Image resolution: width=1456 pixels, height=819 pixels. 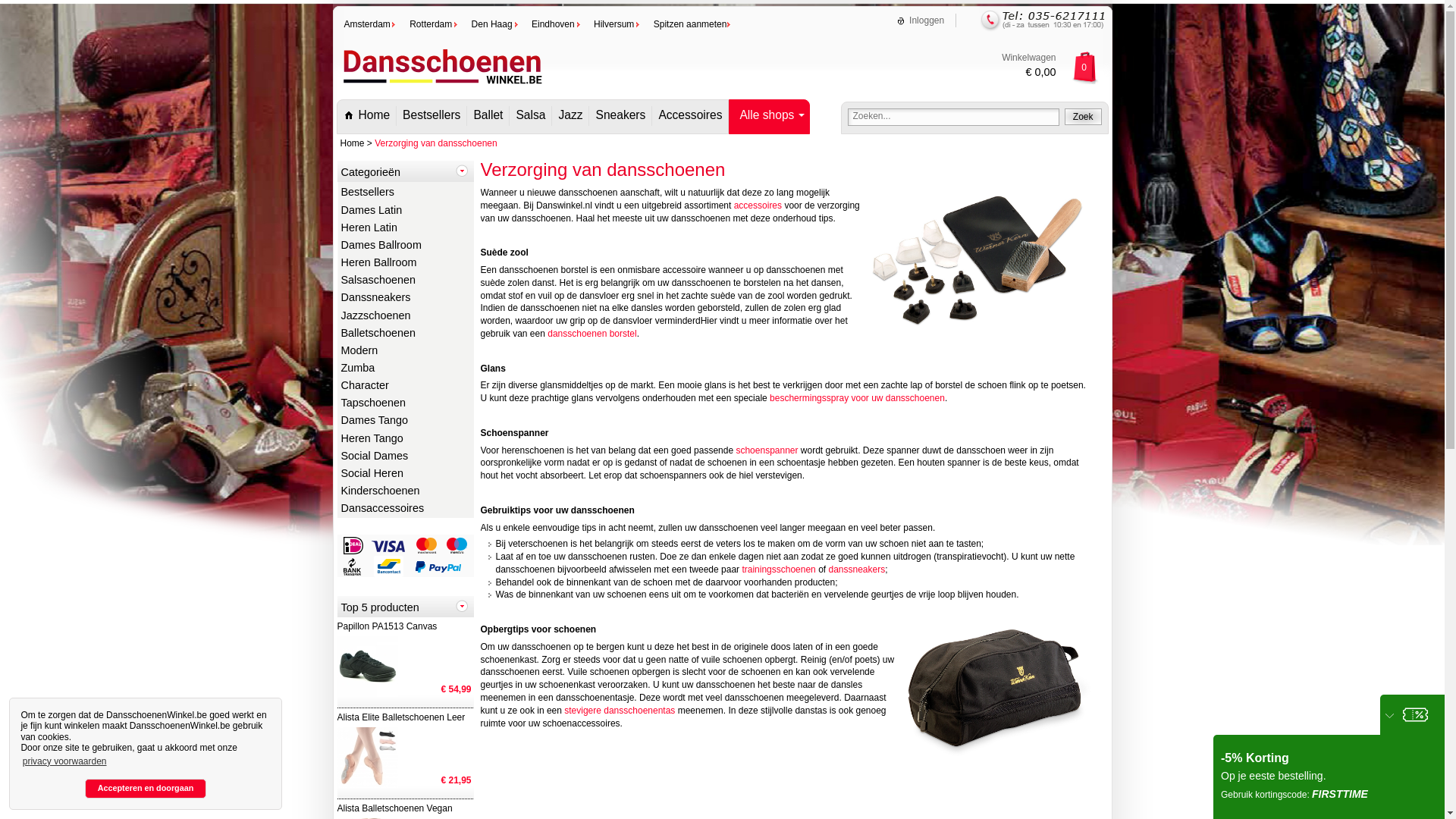 I want to click on 'Den Haag', so click(x=471, y=24).